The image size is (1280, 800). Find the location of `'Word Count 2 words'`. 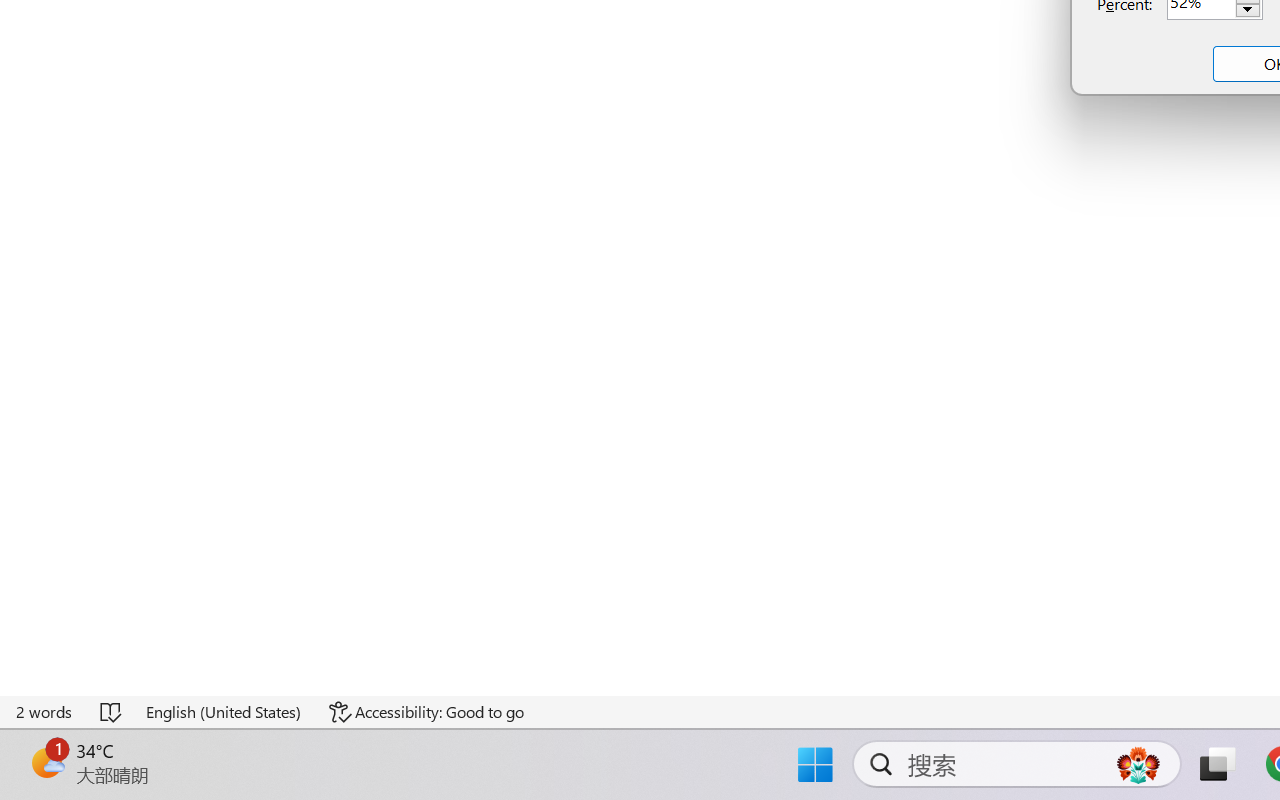

'Word Count 2 words' is located at coordinates (45, 711).